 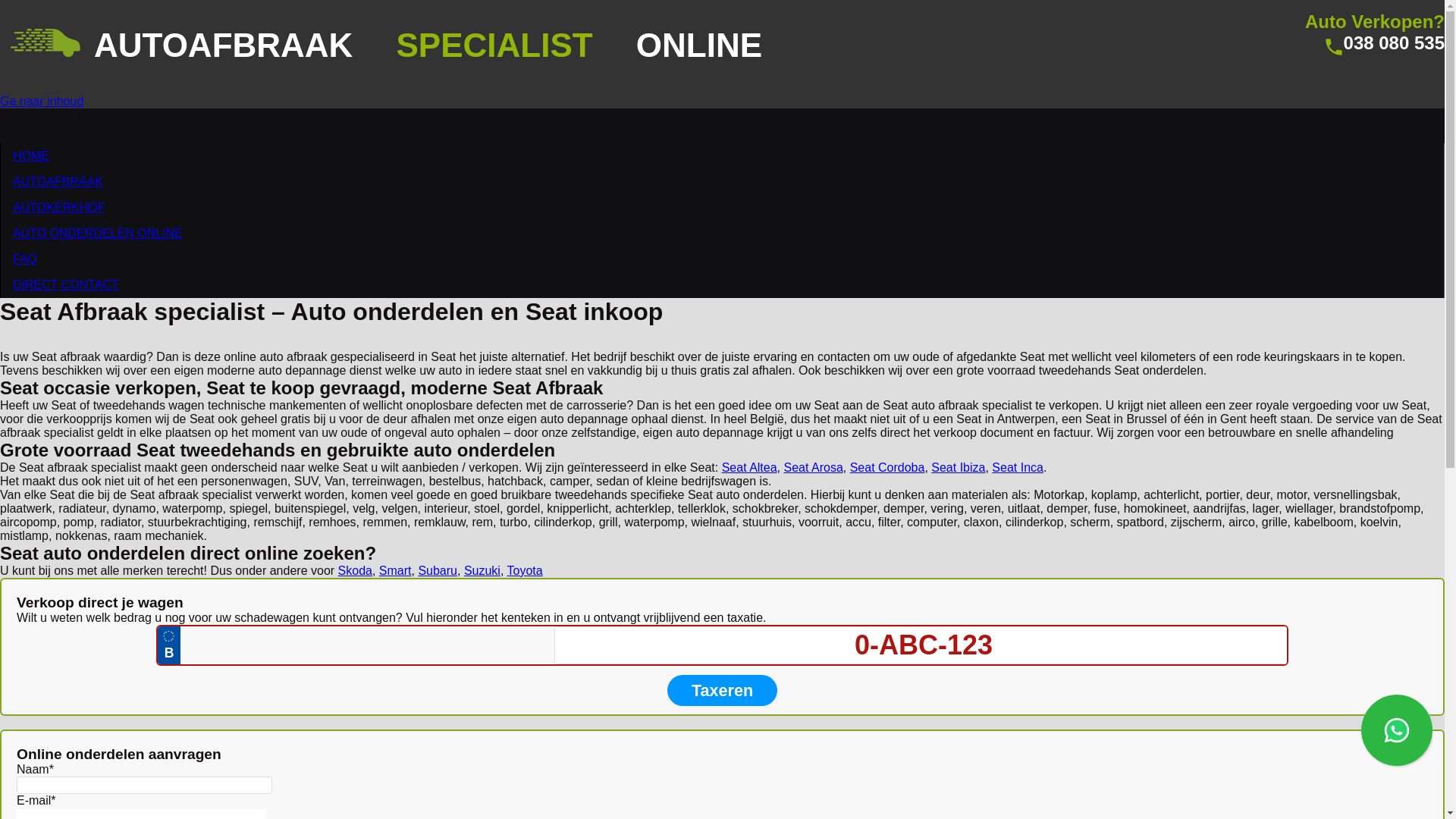 What do you see at coordinates (721, 690) in the screenshot?
I see `'Taxeren'` at bounding box center [721, 690].